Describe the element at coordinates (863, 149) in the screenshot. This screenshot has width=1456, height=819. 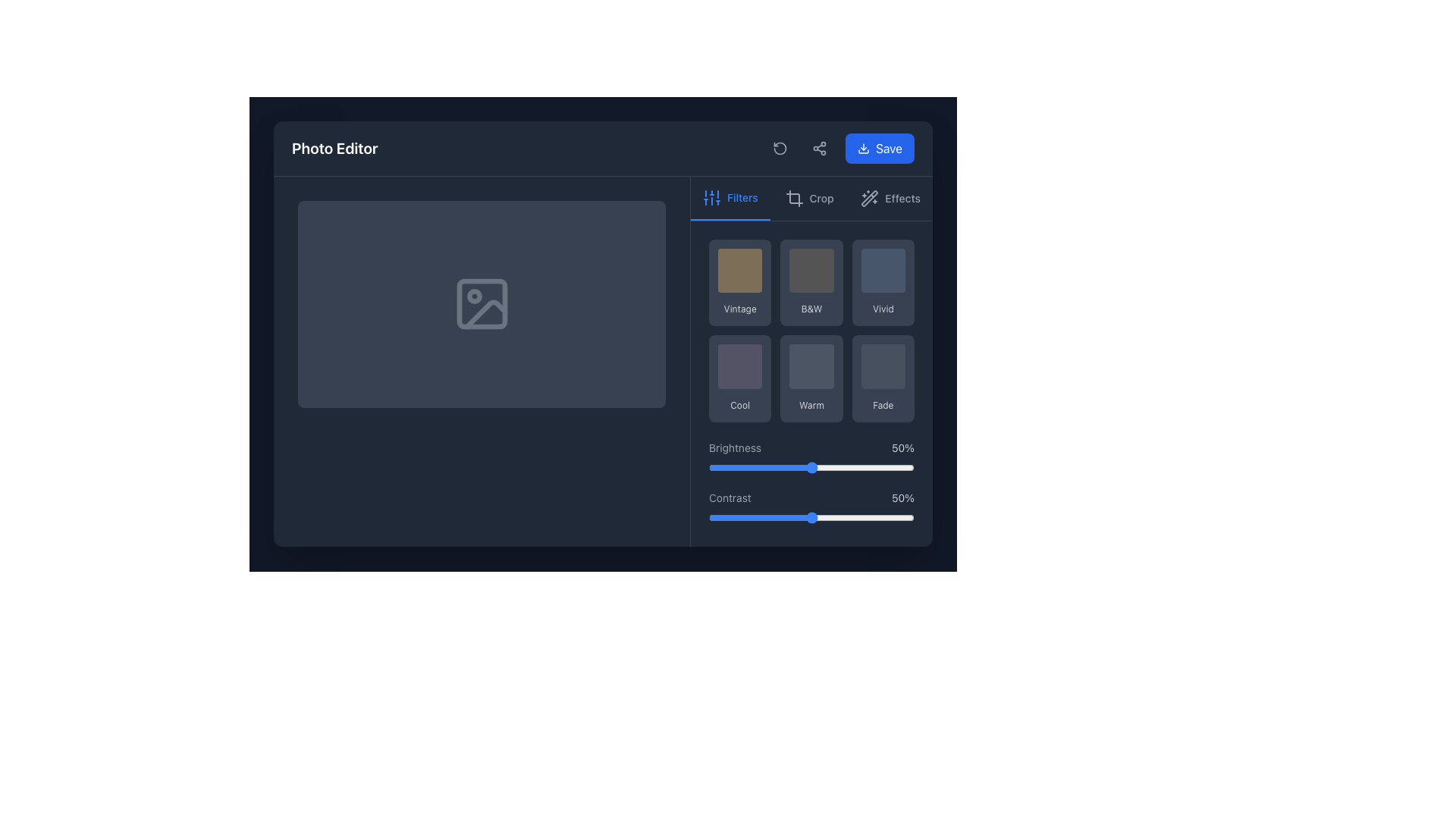
I see `the 'Save' button located at the top-right side of the interface, which includes a downward arrow icon as part of its design` at that location.